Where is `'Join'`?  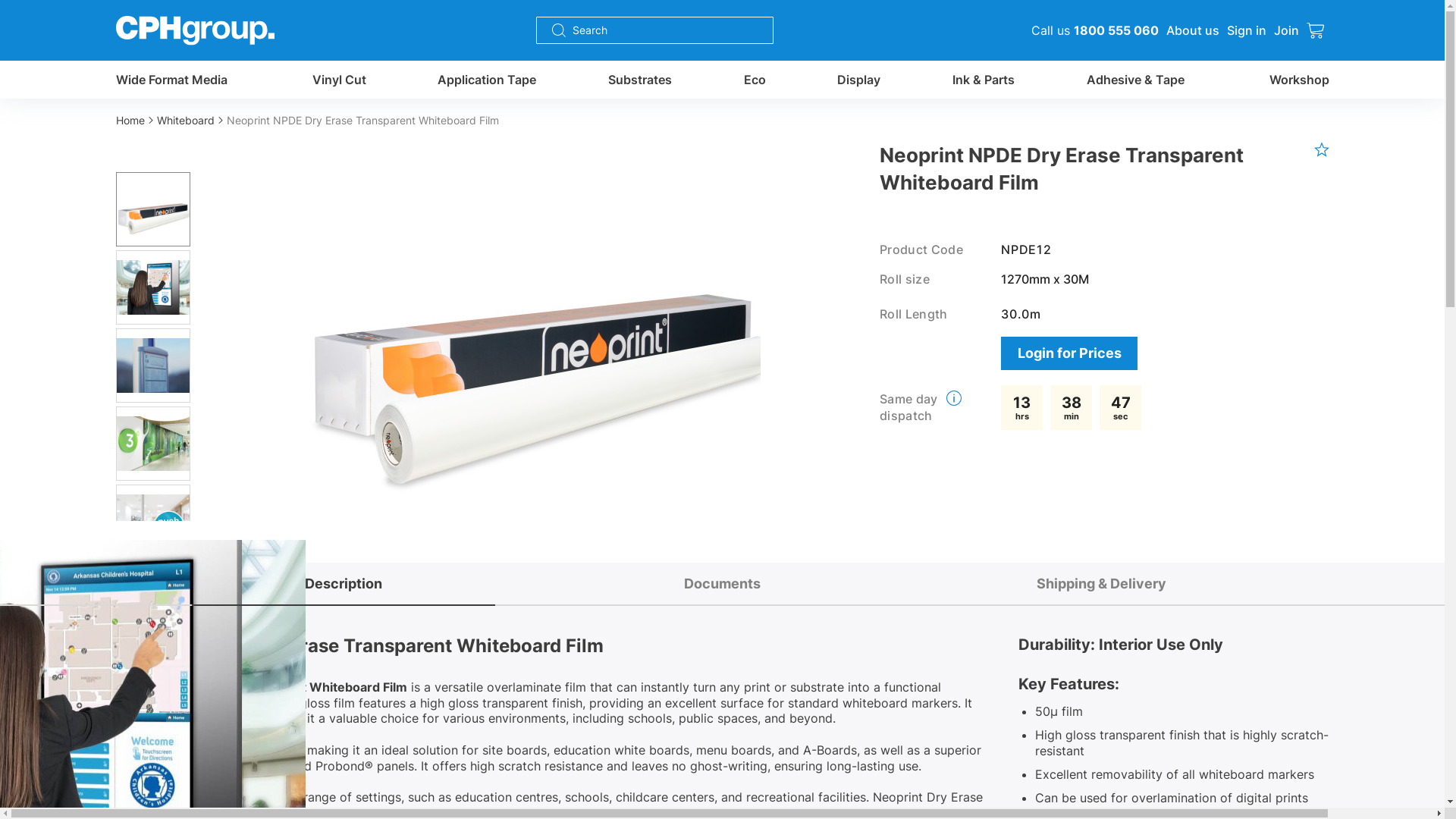
'Join' is located at coordinates (1285, 30).